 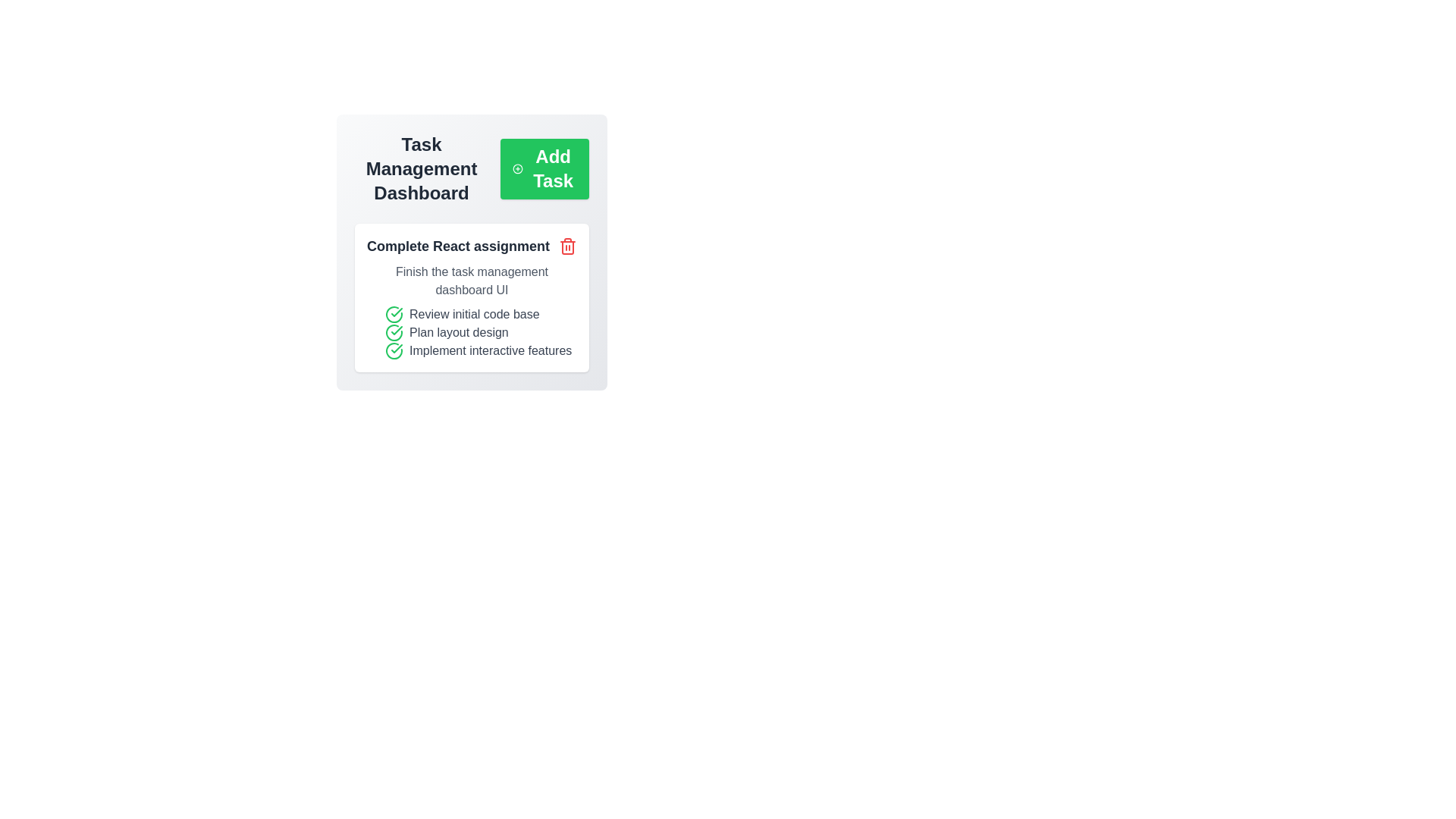 What do you see at coordinates (397, 312) in the screenshot?
I see `the Checkmark icon indicating the completion of the 'Plan layout design' task, which is the second icon in the sequence of task statuses` at bounding box center [397, 312].